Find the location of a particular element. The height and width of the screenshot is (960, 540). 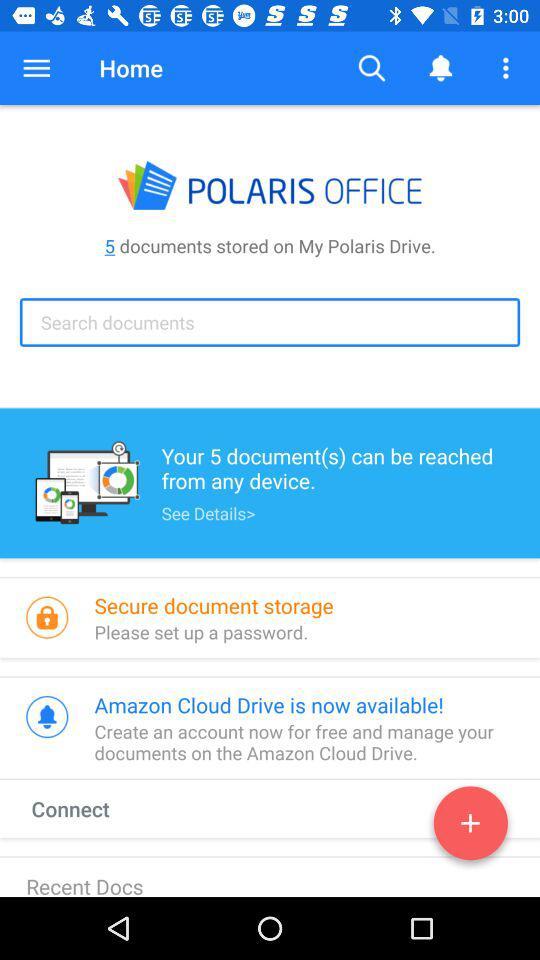

the add icon is located at coordinates (470, 827).